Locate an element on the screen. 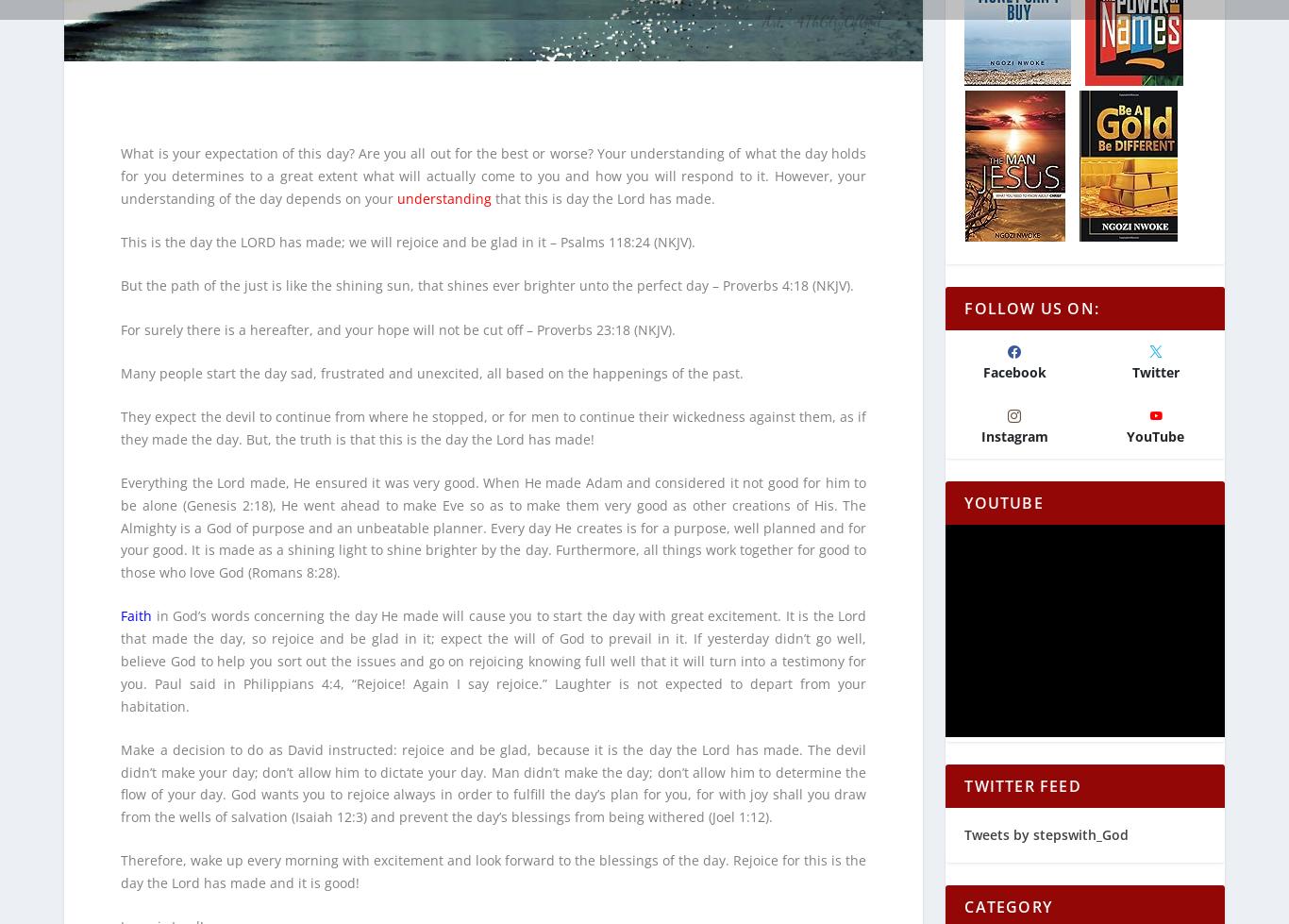 The height and width of the screenshot is (924, 1289). 'understanding' is located at coordinates (444, 186).